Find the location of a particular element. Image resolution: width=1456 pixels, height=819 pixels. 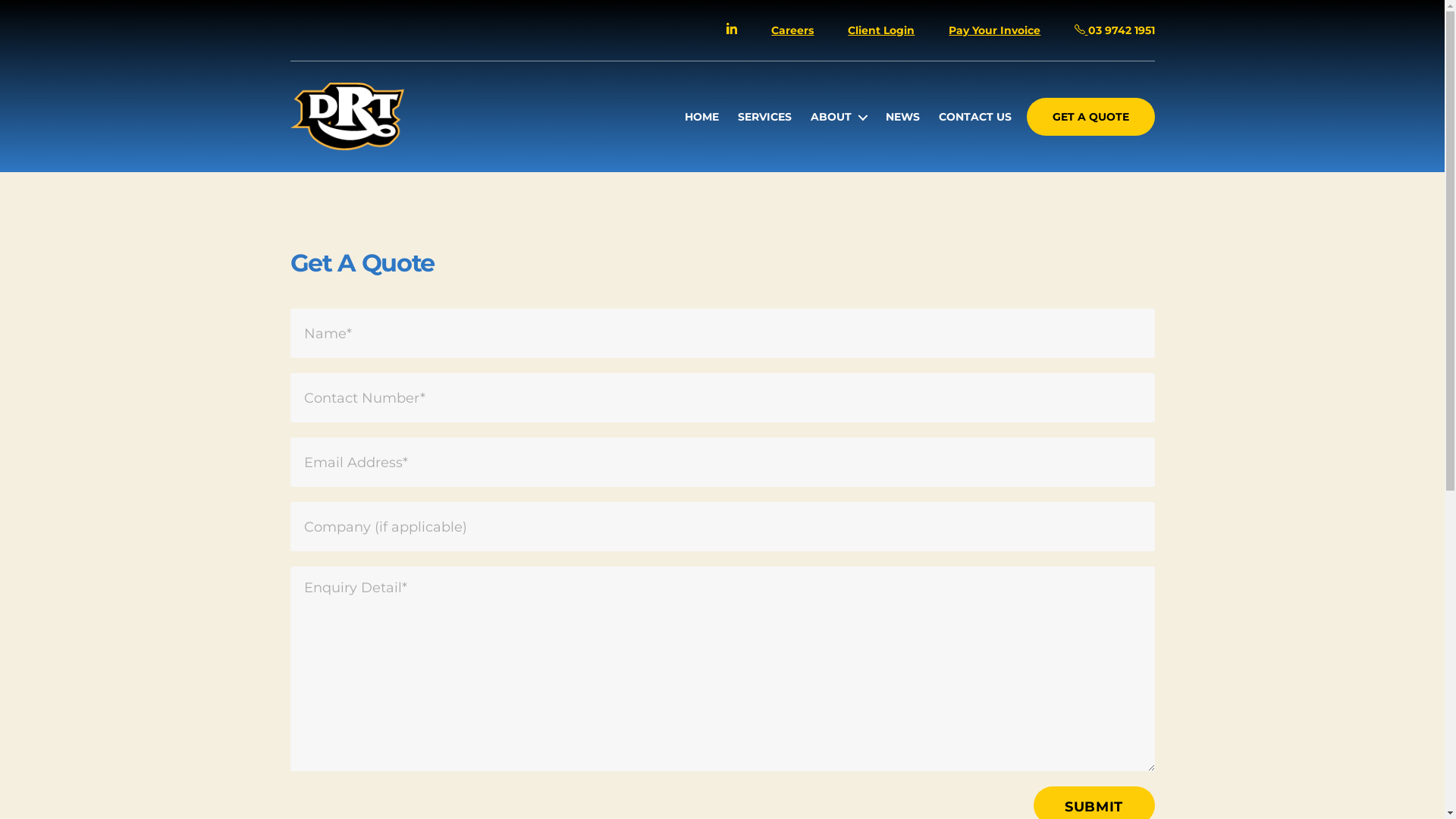

'GET A QUOTE' is located at coordinates (1090, 116).